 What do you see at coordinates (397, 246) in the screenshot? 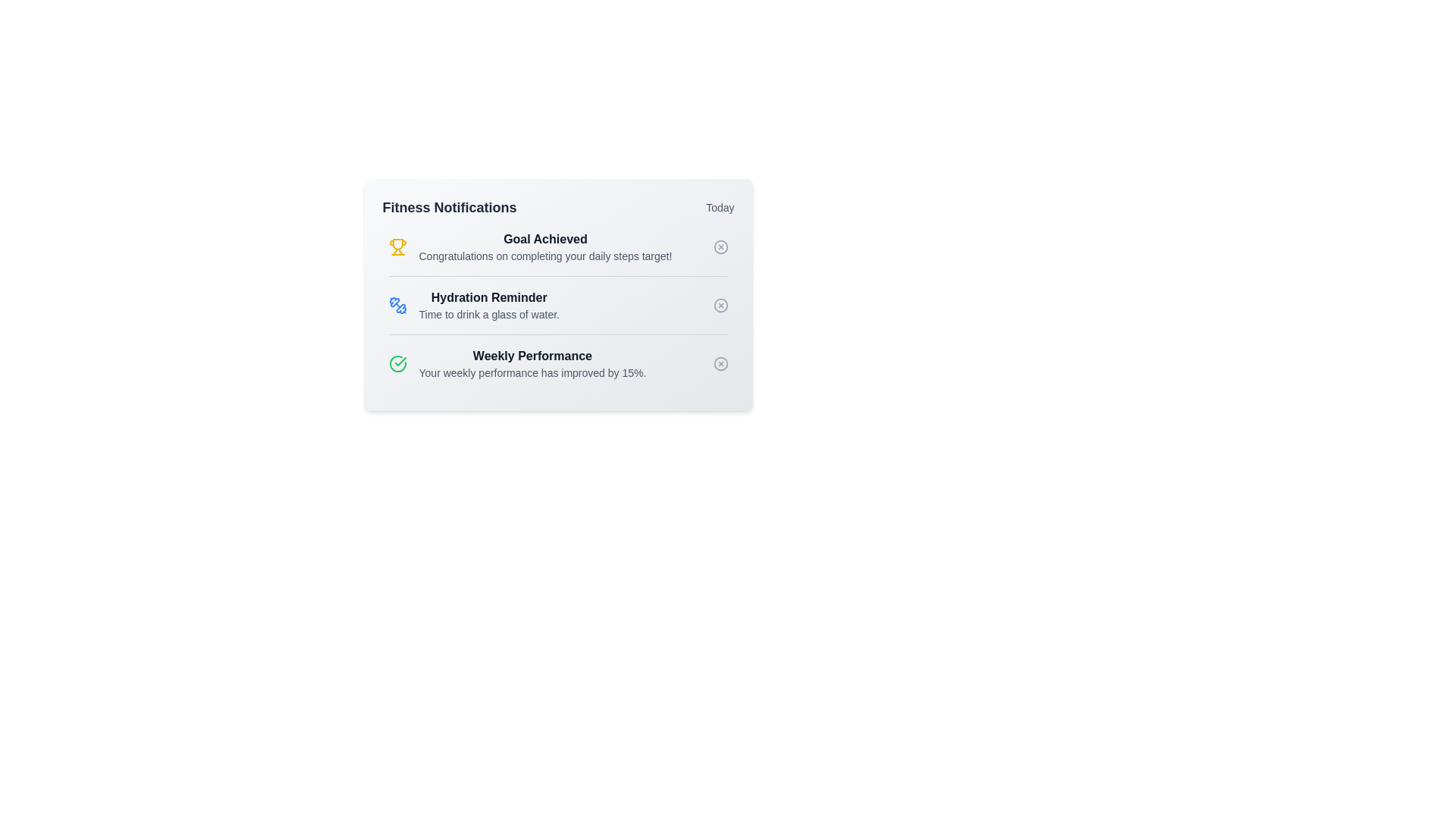
I see `the trophy icon element, which is yellow and located at the top left of the 'Goal Achieved' notification` at bounding box center [397, 246].